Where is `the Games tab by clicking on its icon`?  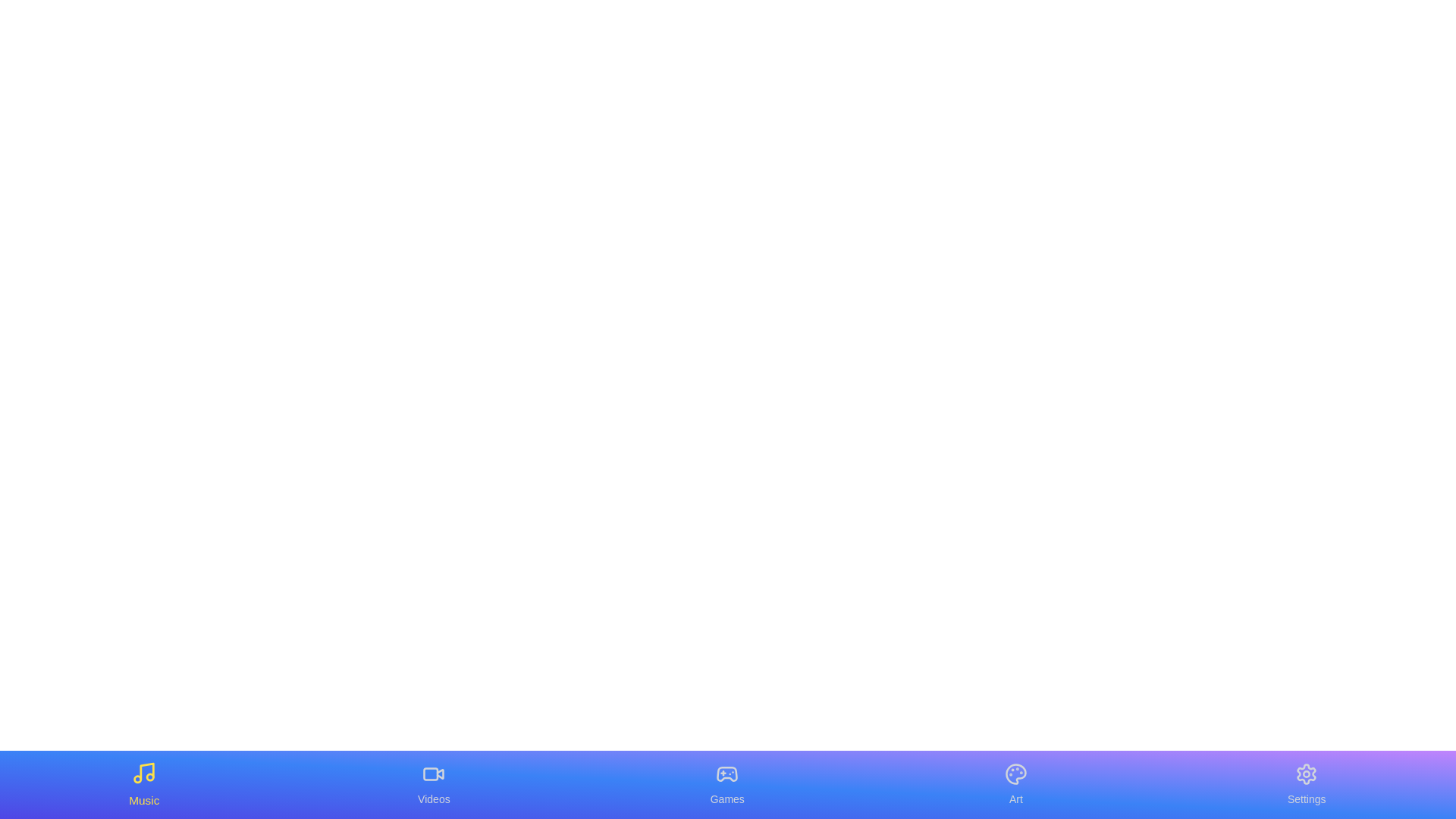 the Games tab by clicking on its icon is located at coordinates (726, 784).